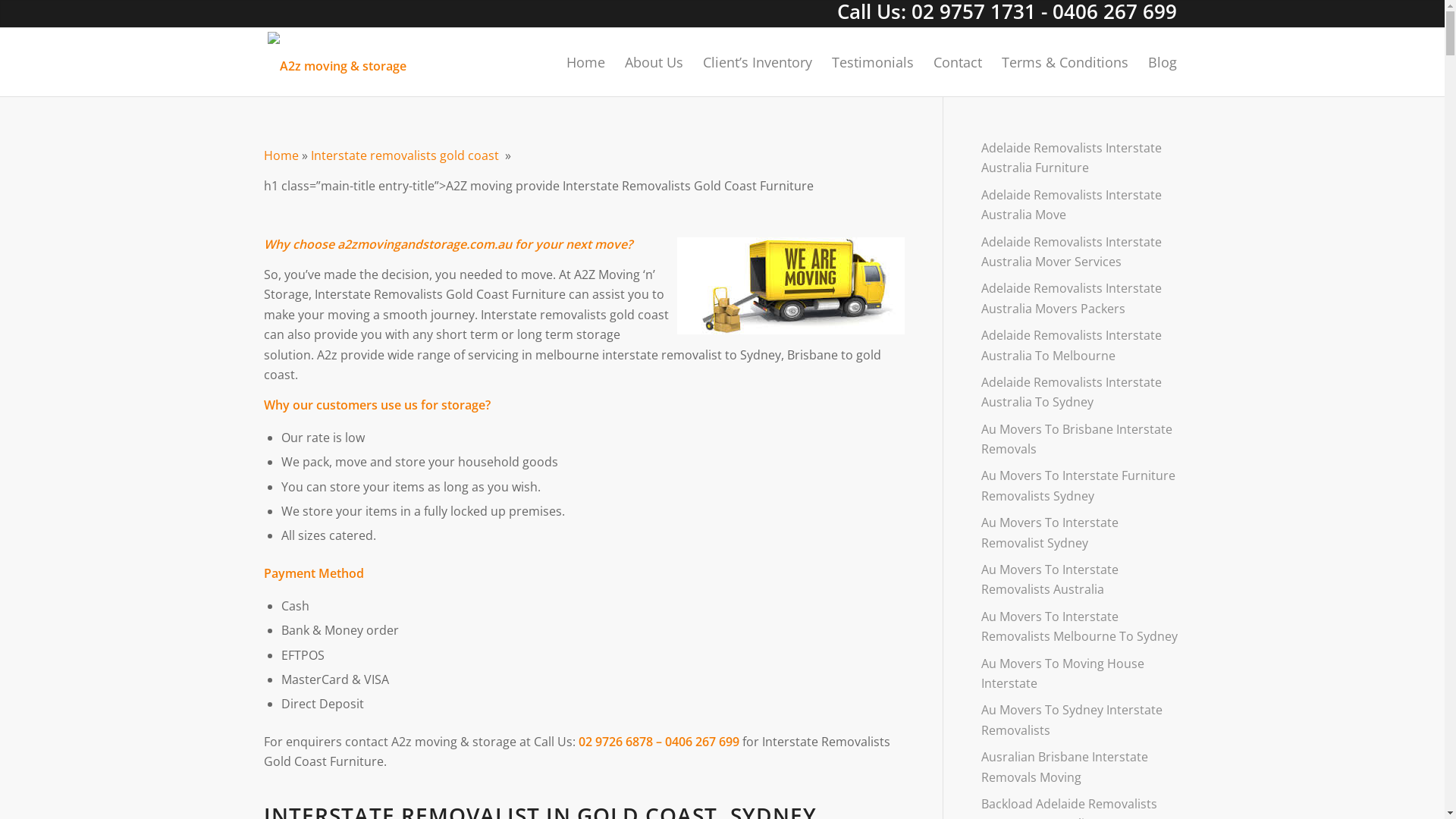  I want to click on 'Au Movers To Moving House Interstate', so click(1080, 673).